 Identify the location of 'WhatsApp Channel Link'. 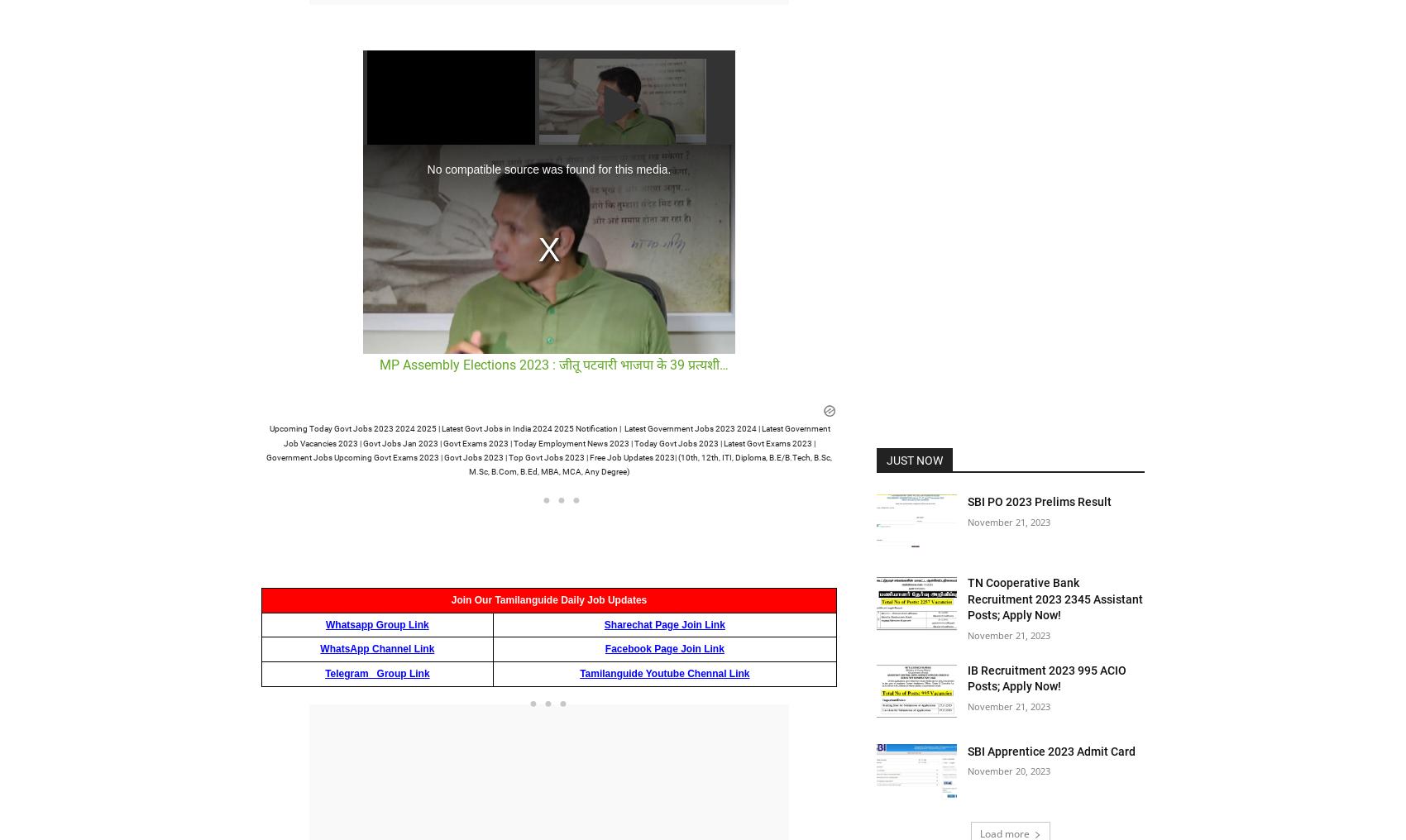
(376, 647).